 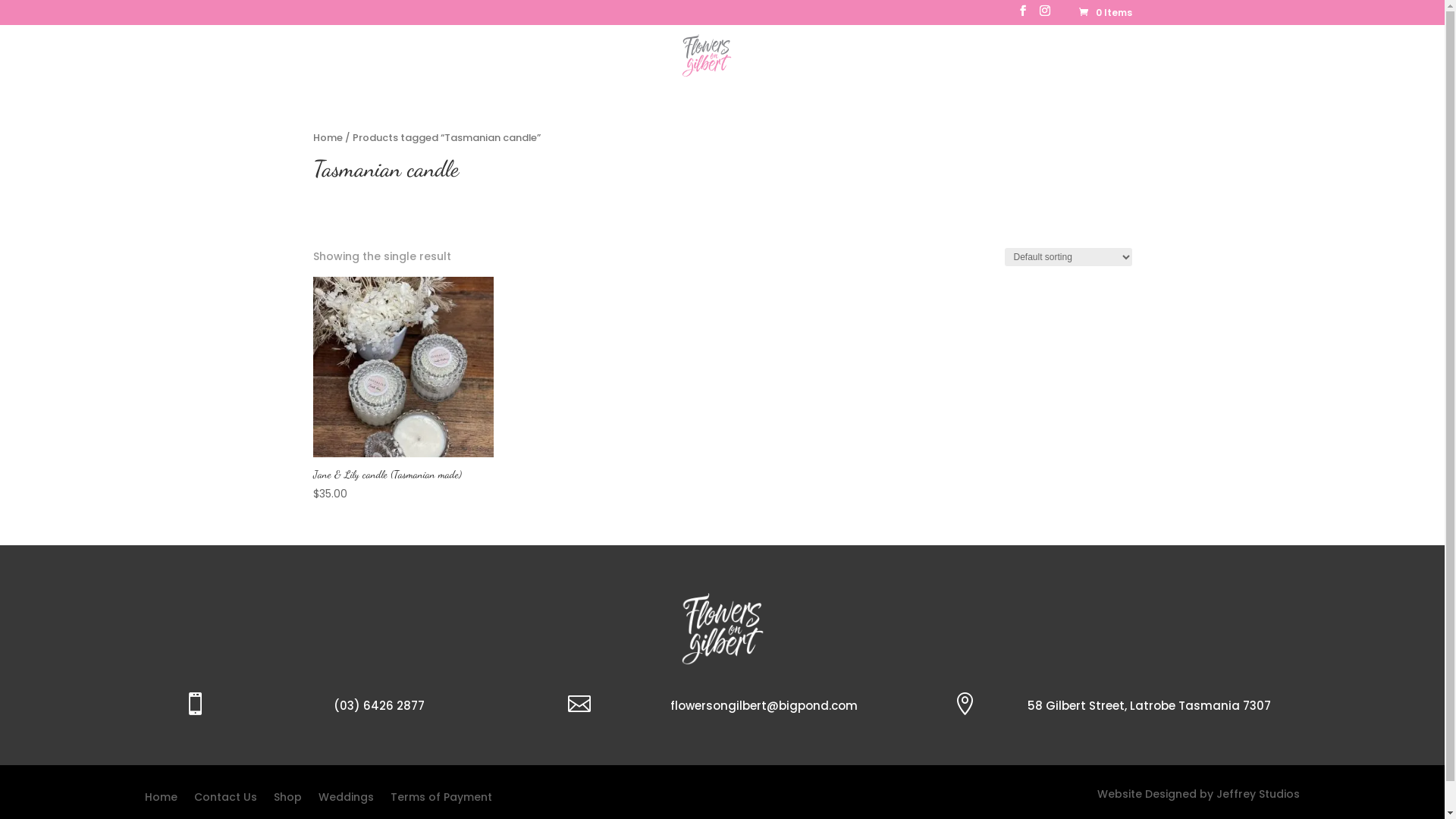 I want to click on 'Contact Us', so click(x=224, y=799).